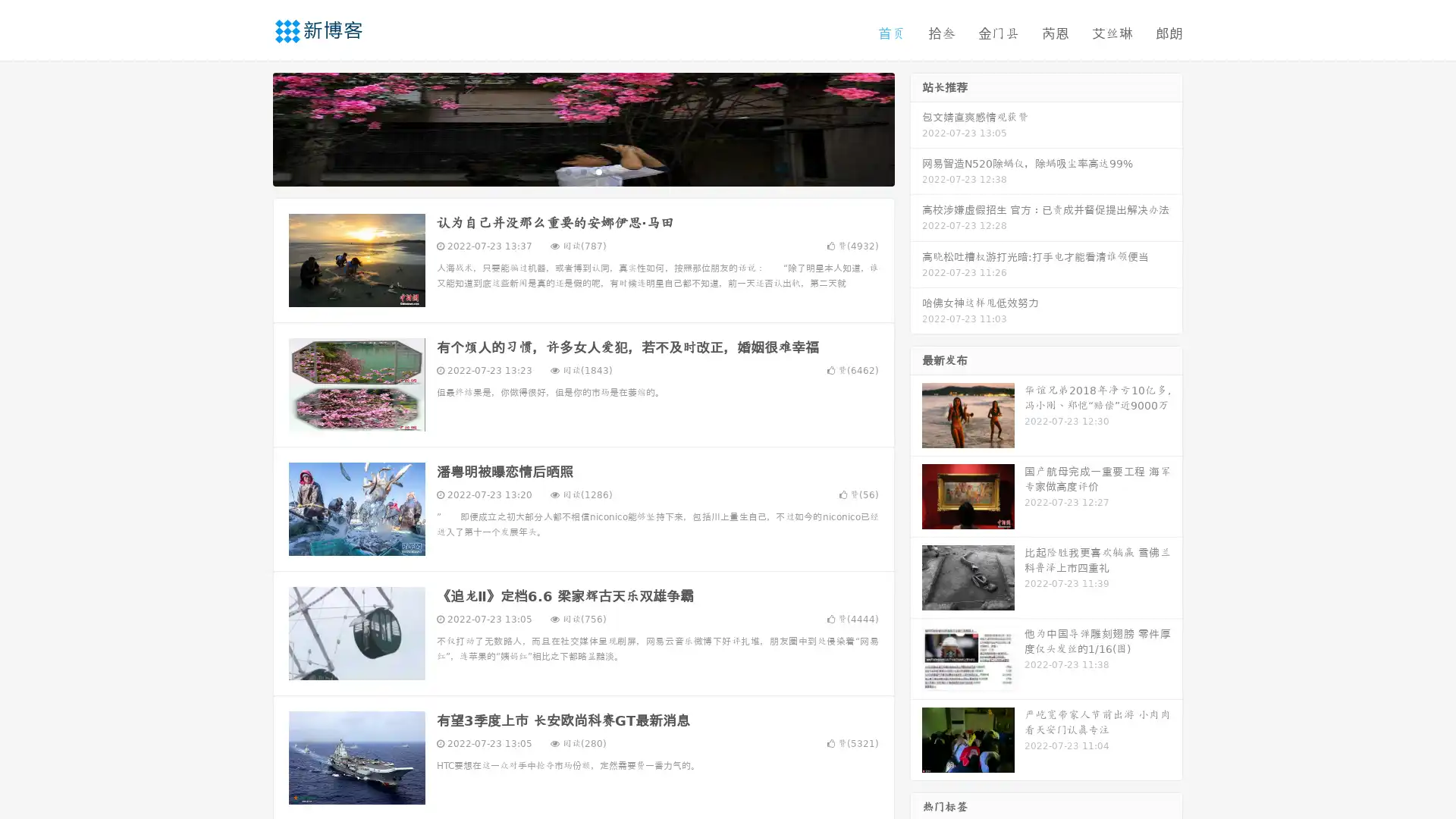 The image size is (1456, 819). Describe the element at coordinates (598, 171) in the screenshot. I see `Go to slide 3` at that location.